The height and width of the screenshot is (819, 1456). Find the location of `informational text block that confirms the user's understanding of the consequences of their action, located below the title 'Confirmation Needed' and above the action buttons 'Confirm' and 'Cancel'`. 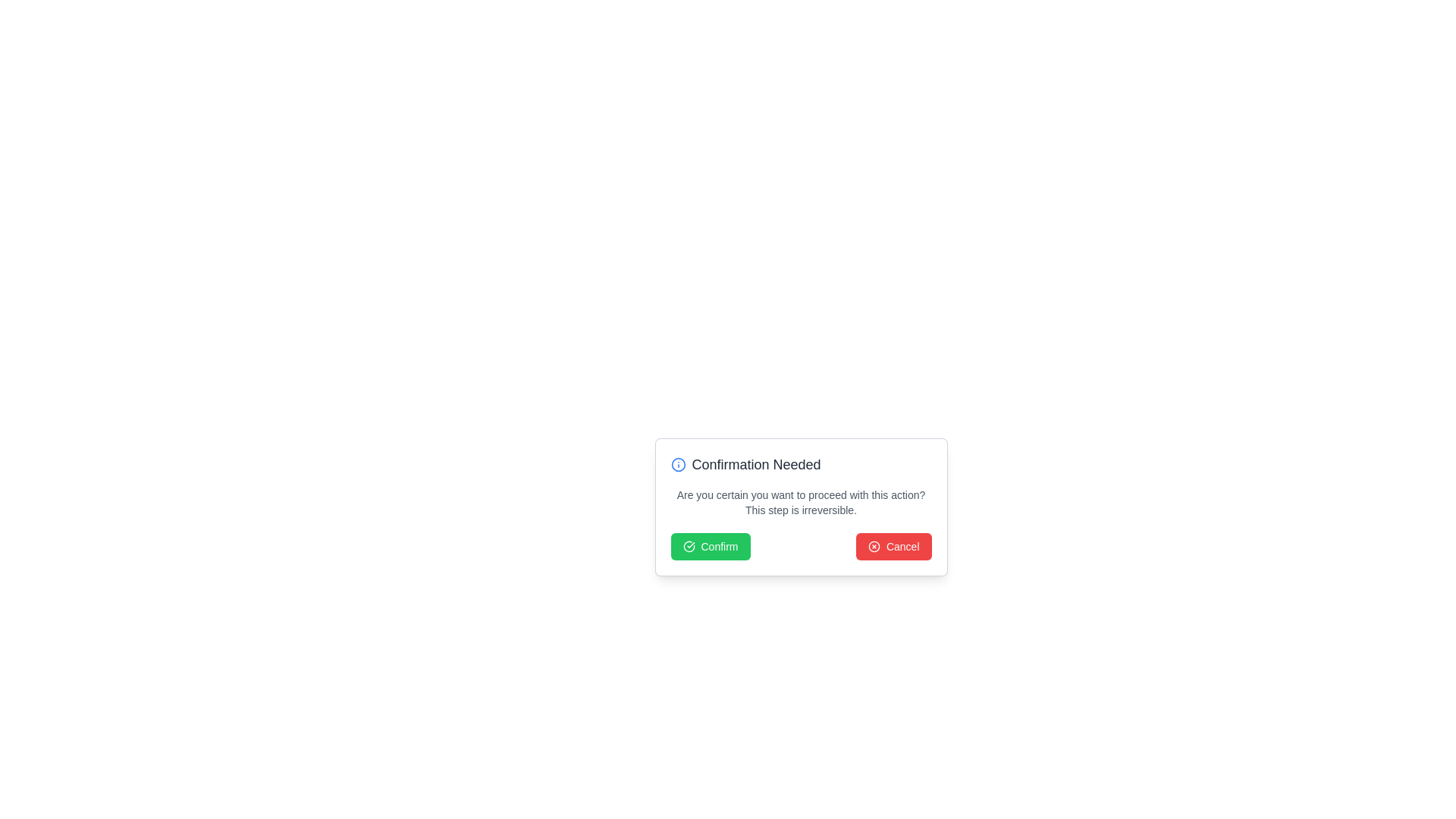

informational text block that confirms the user's understanding of the consequences of their action, located below the title 'Confirmation Needed' and above the action buttons 'Confirm' and 'Cancel' is located at coordinates (800, 503).